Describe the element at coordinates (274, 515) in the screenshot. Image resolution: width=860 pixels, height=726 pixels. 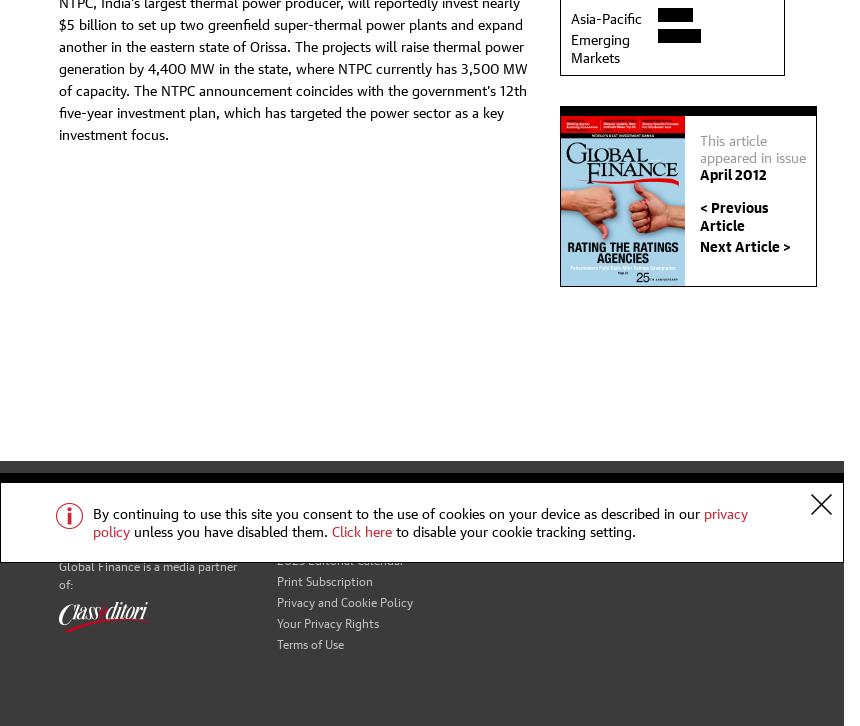
I see `'About'` at that location.